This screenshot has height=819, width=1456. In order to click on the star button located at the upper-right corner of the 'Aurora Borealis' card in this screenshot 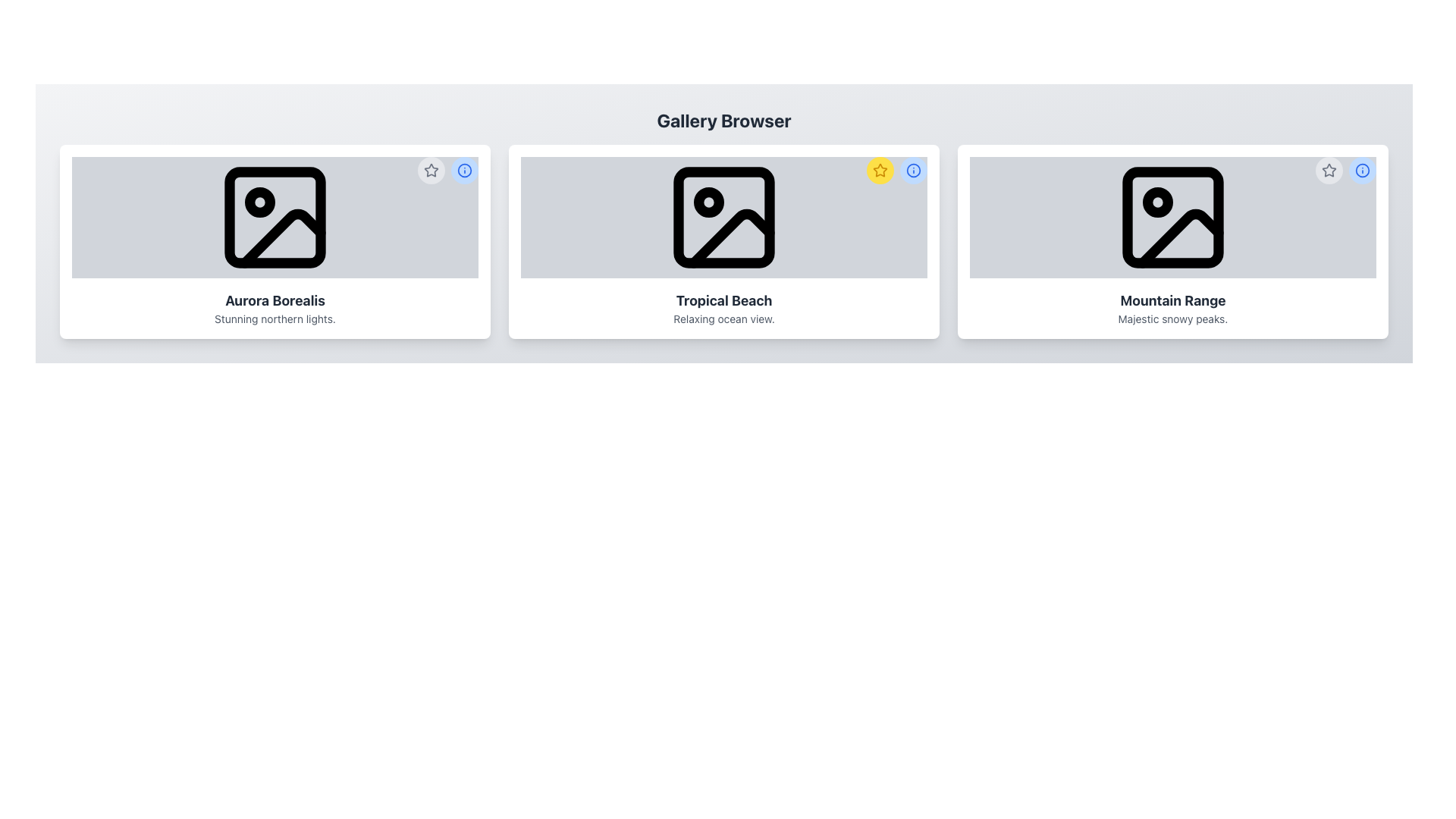, I will do `click(431, 170)`.